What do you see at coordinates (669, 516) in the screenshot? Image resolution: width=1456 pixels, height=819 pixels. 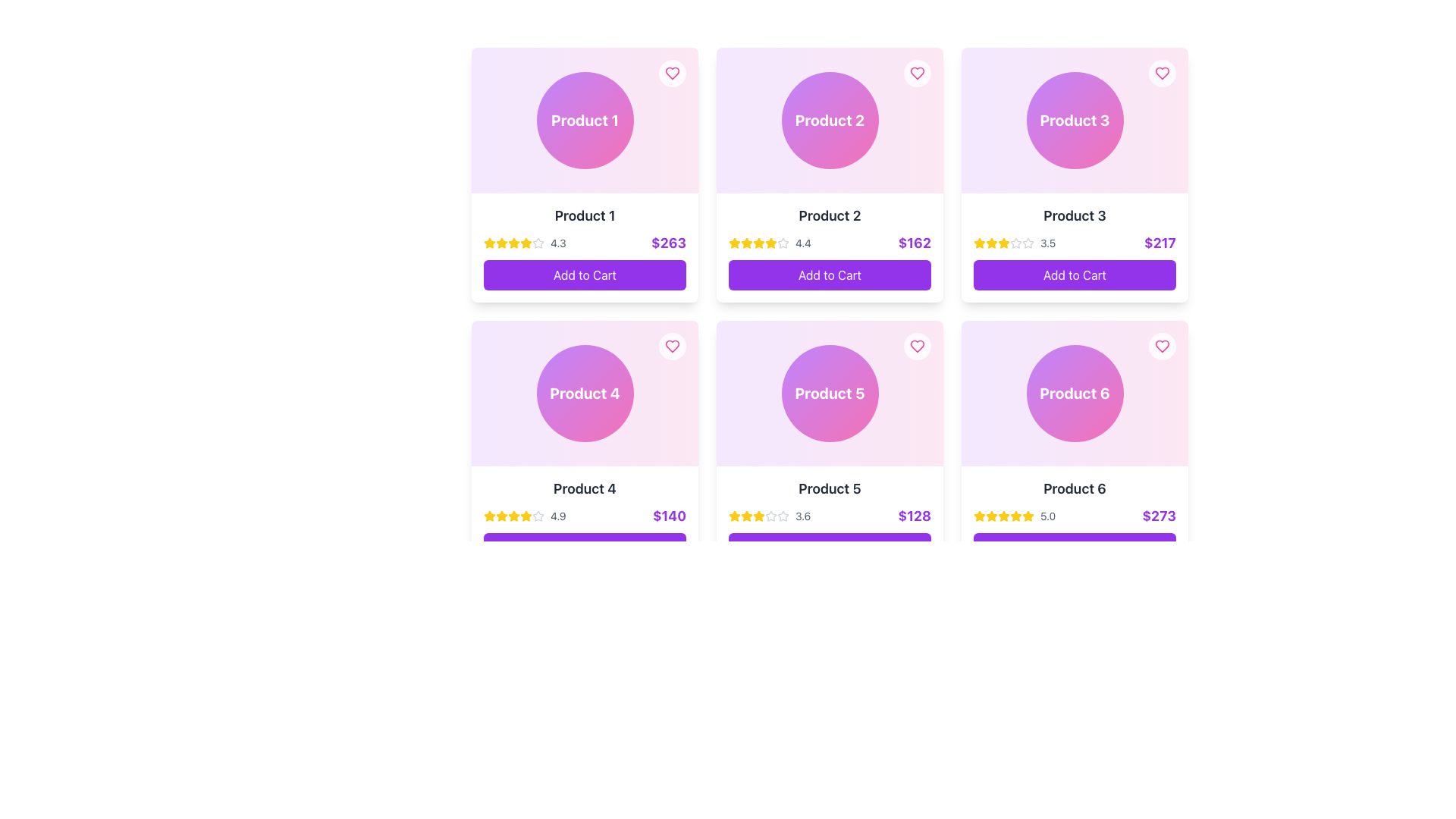 I see `the price information text label for 'Product 4'` at bounding box center [669, 516].